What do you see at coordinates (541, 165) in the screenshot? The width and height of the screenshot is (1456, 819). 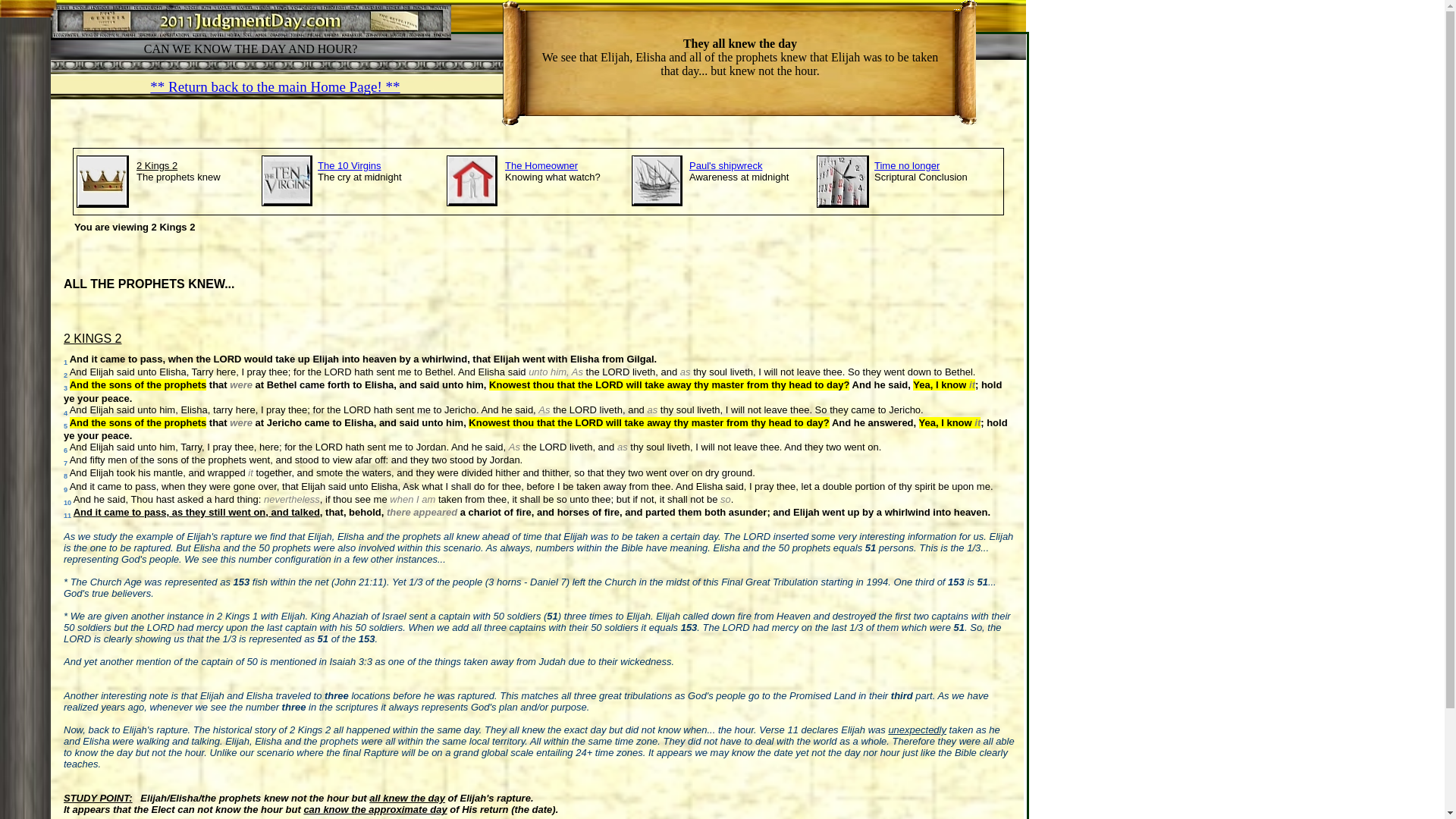 I see `'The Homeowner'` at bounding box center [541, 165].